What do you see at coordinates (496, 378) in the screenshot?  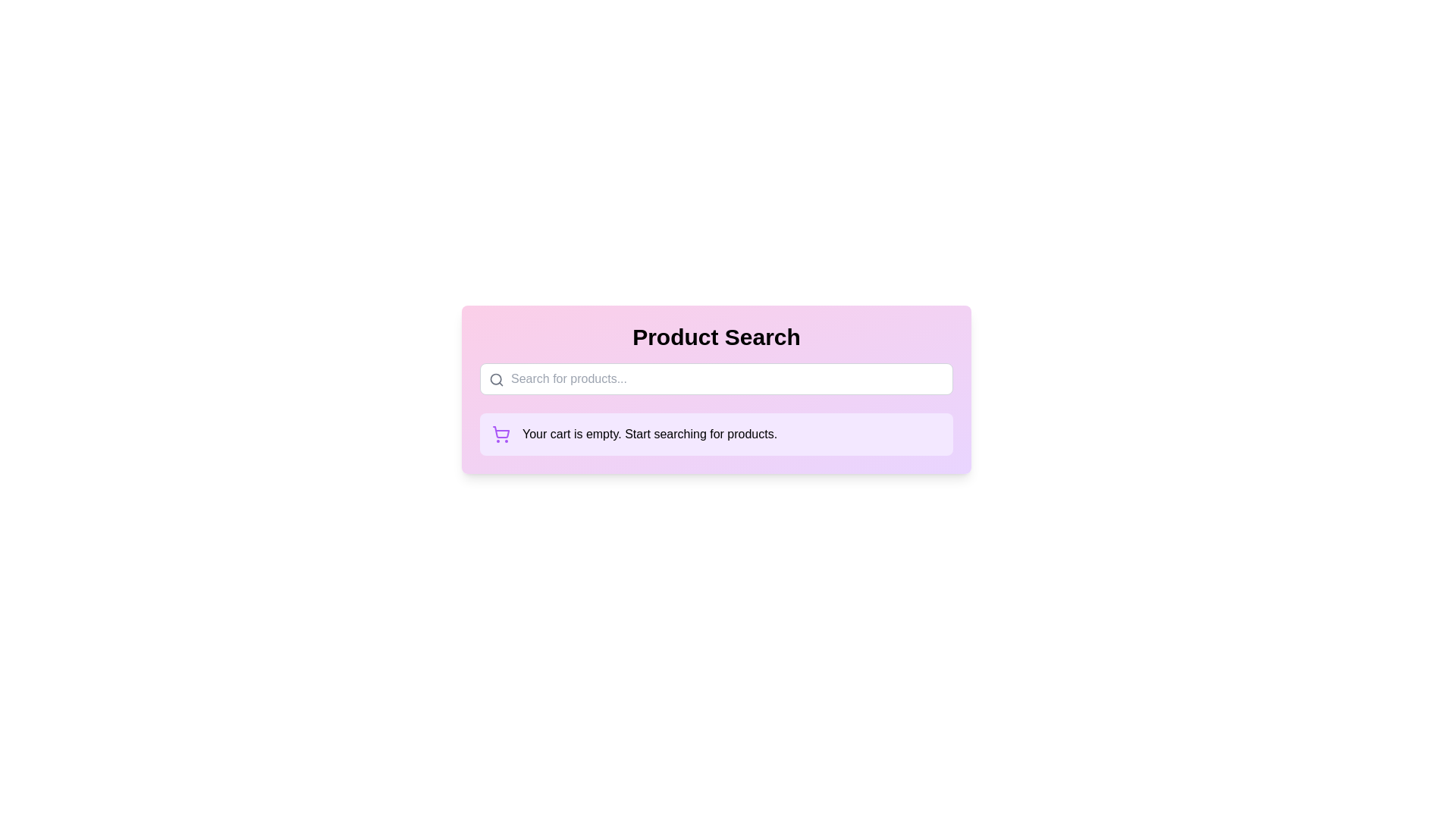 I see `the SVG Circle element that represents the circular part of the search icon, which is located to the left side of the input field` at bounding box center [496, 378].